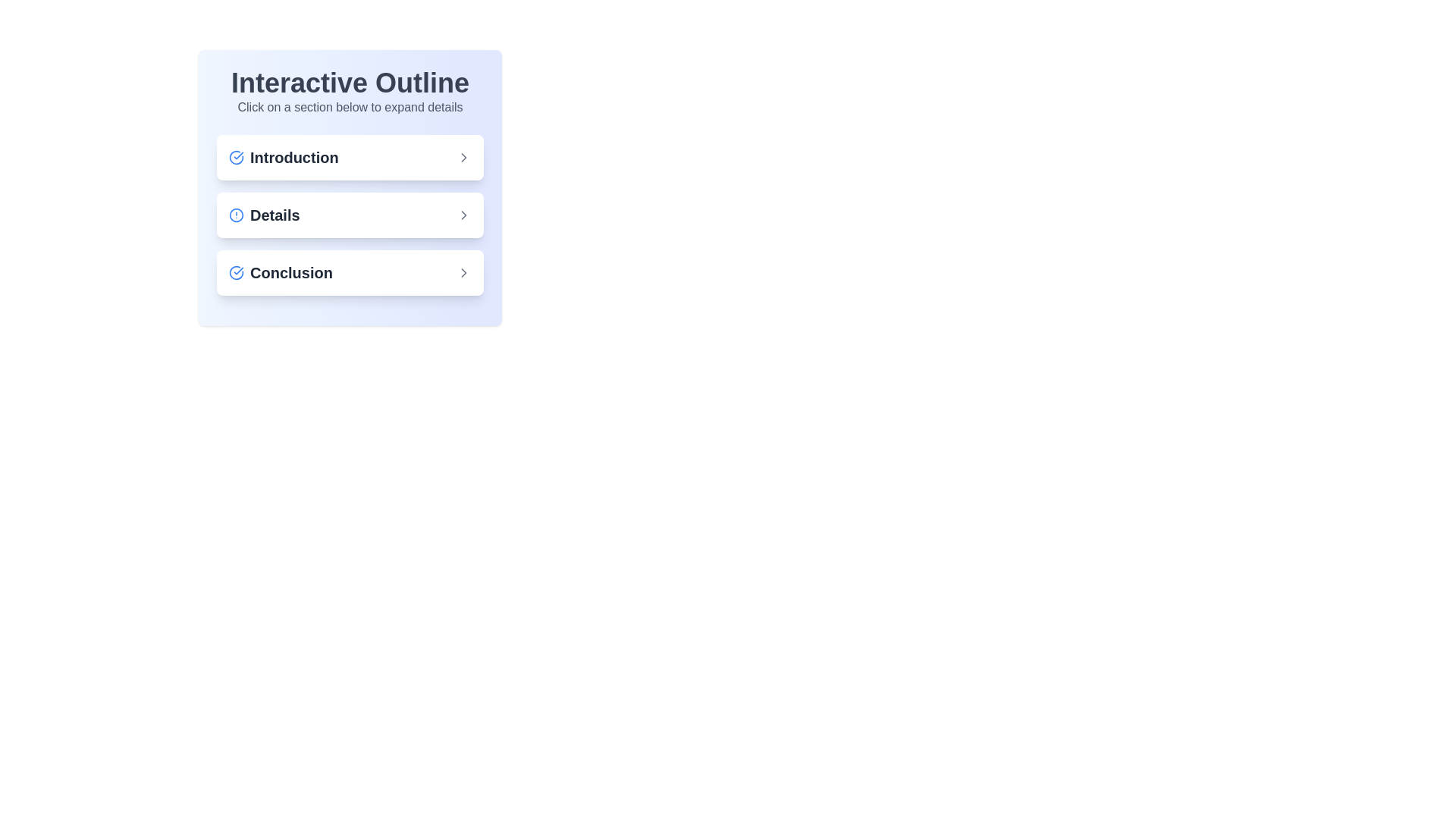 This screenshot has width=1456, height=819. Describe the element at coordinates (463, 158) in the screenshot. I see `the right-pointing chevron arrow located to the right of the 'Introduction' list item` at that location.